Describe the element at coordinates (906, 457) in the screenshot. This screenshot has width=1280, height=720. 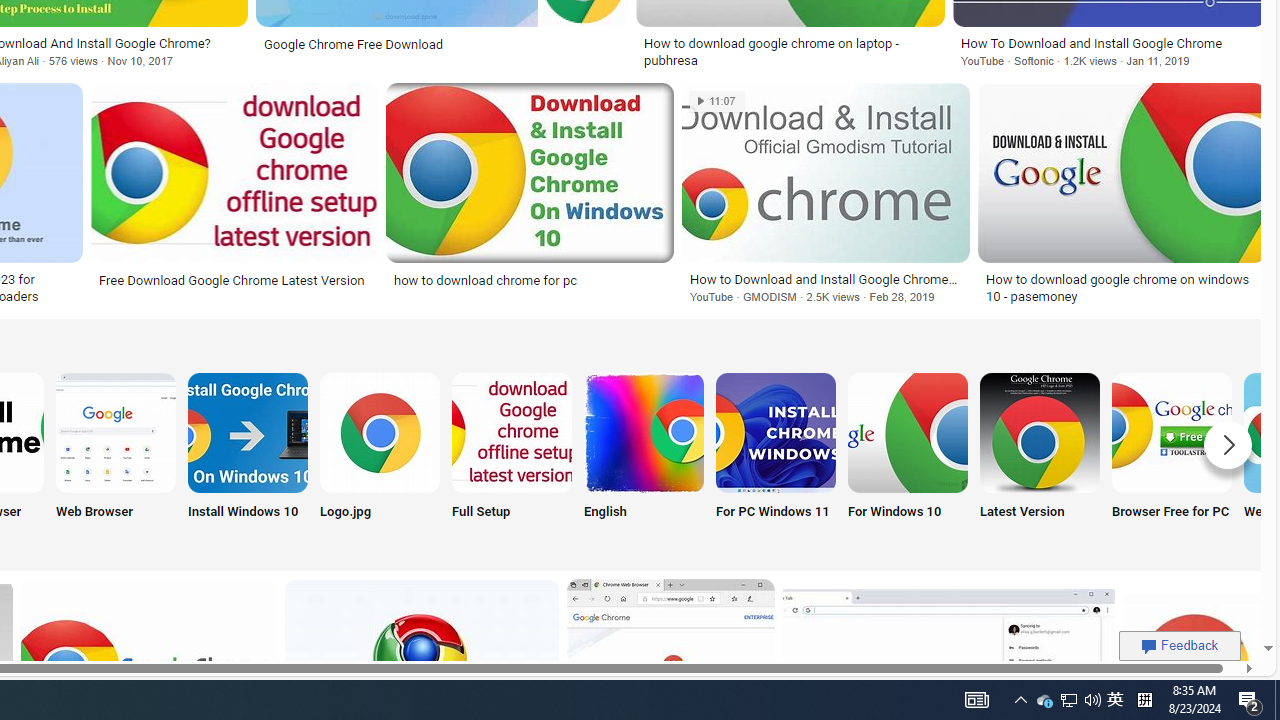
I see `'For Windows 10'` at that location.